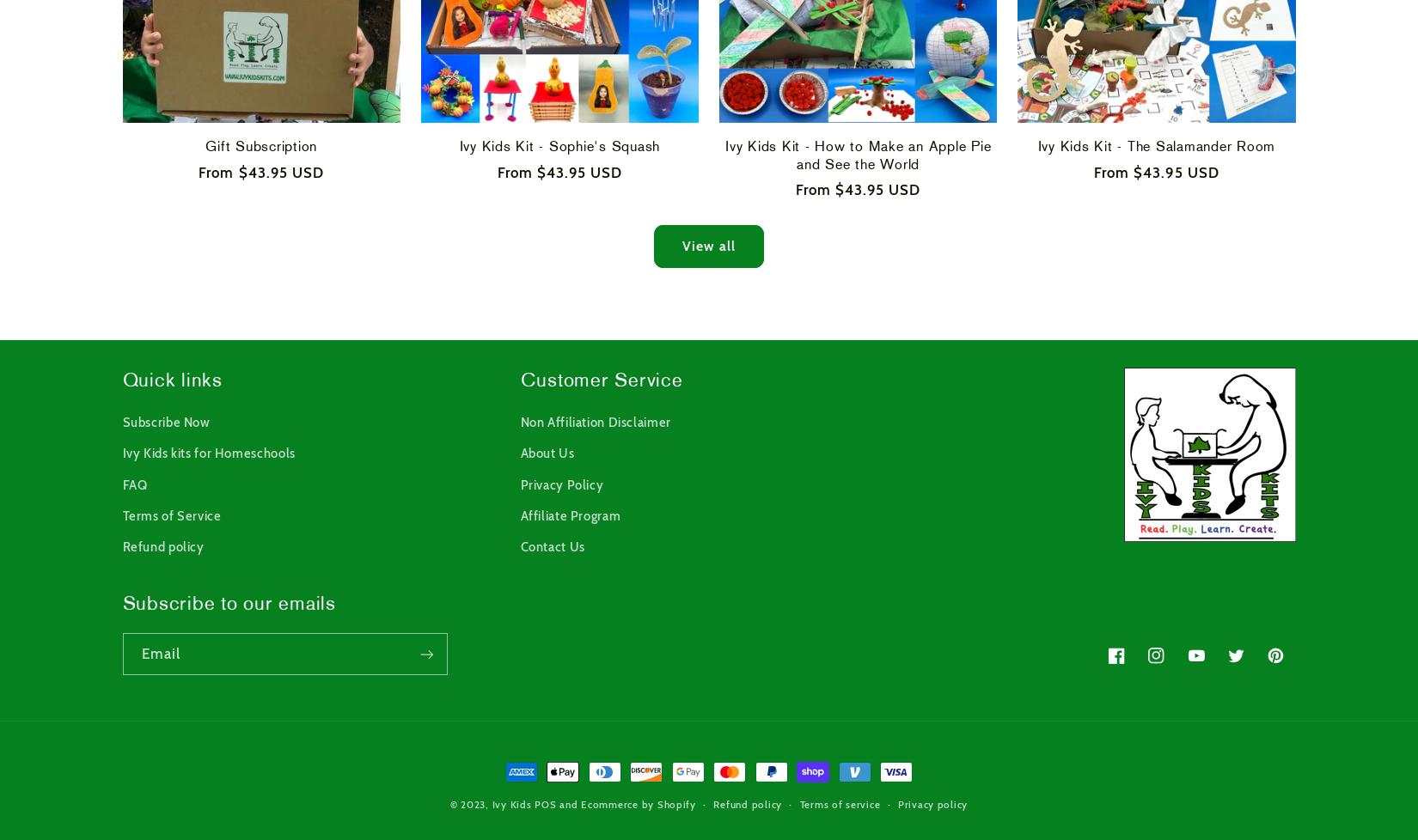 This screenshot has width=1418, height=840. I want to click on 'Email', so click(141, 652).